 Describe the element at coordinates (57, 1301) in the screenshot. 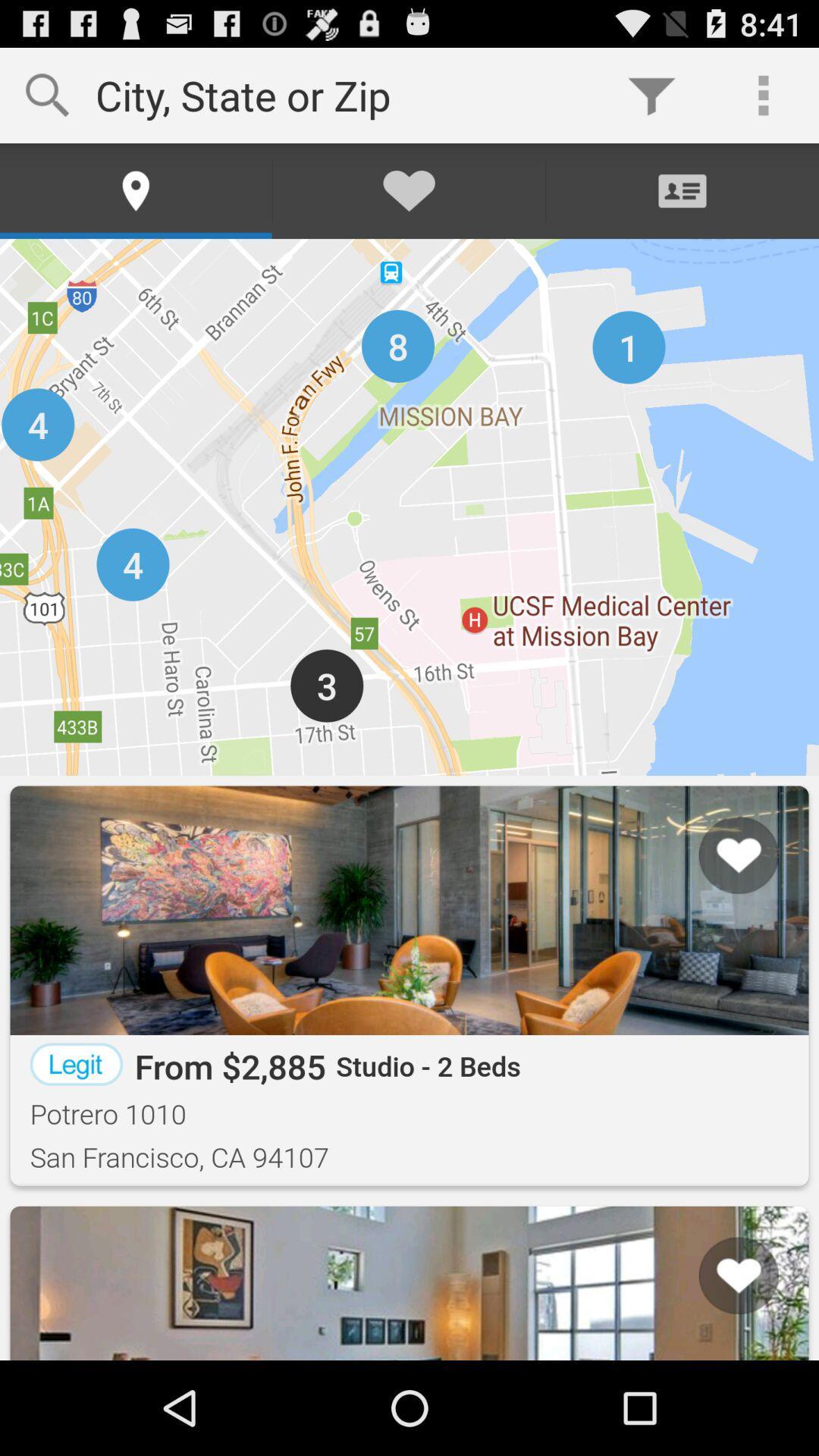

I see `the button next to list icon` at that location.